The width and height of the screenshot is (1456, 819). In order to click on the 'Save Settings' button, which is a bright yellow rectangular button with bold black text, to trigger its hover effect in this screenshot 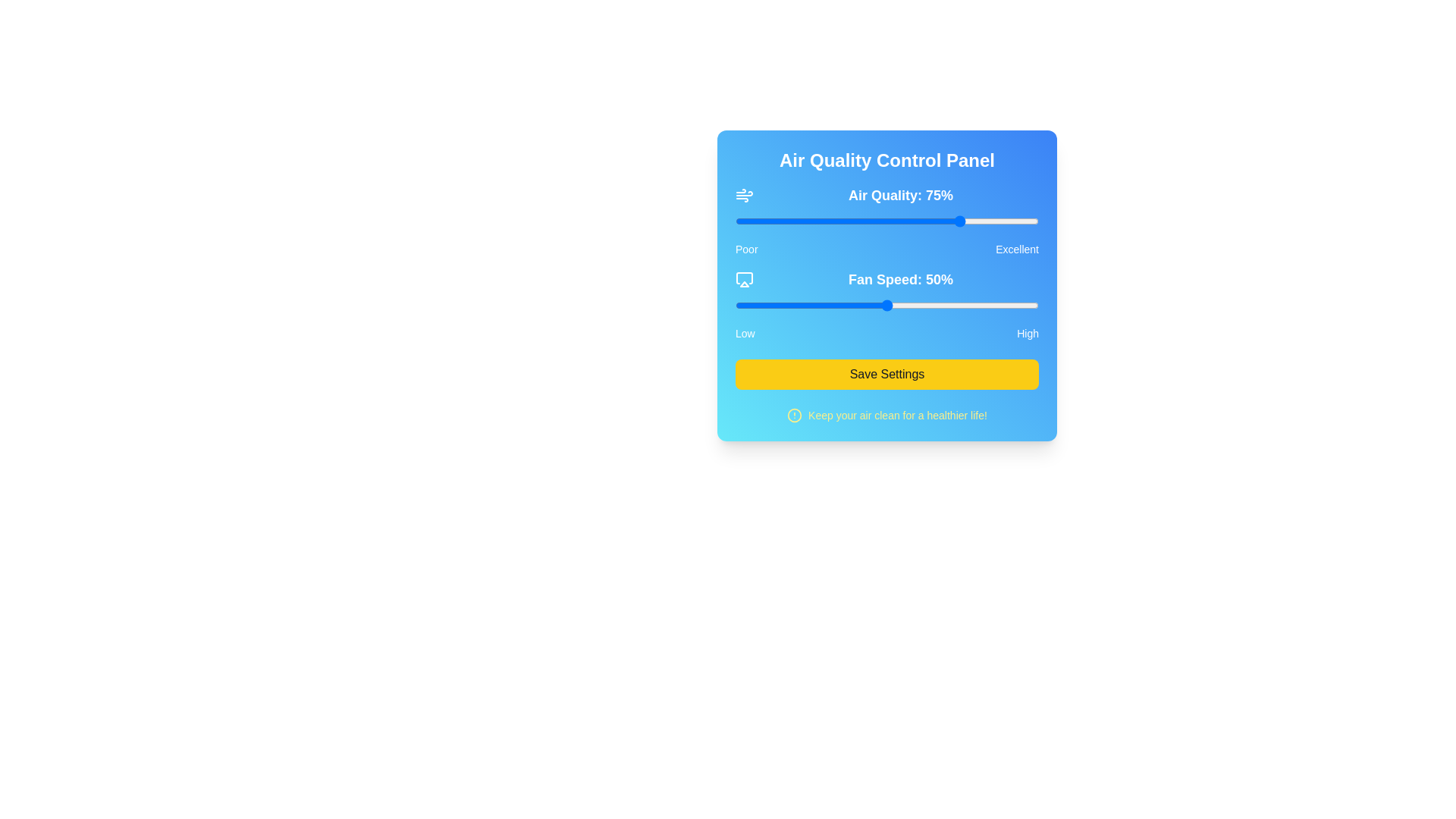, I will do `click(887, 374)`.